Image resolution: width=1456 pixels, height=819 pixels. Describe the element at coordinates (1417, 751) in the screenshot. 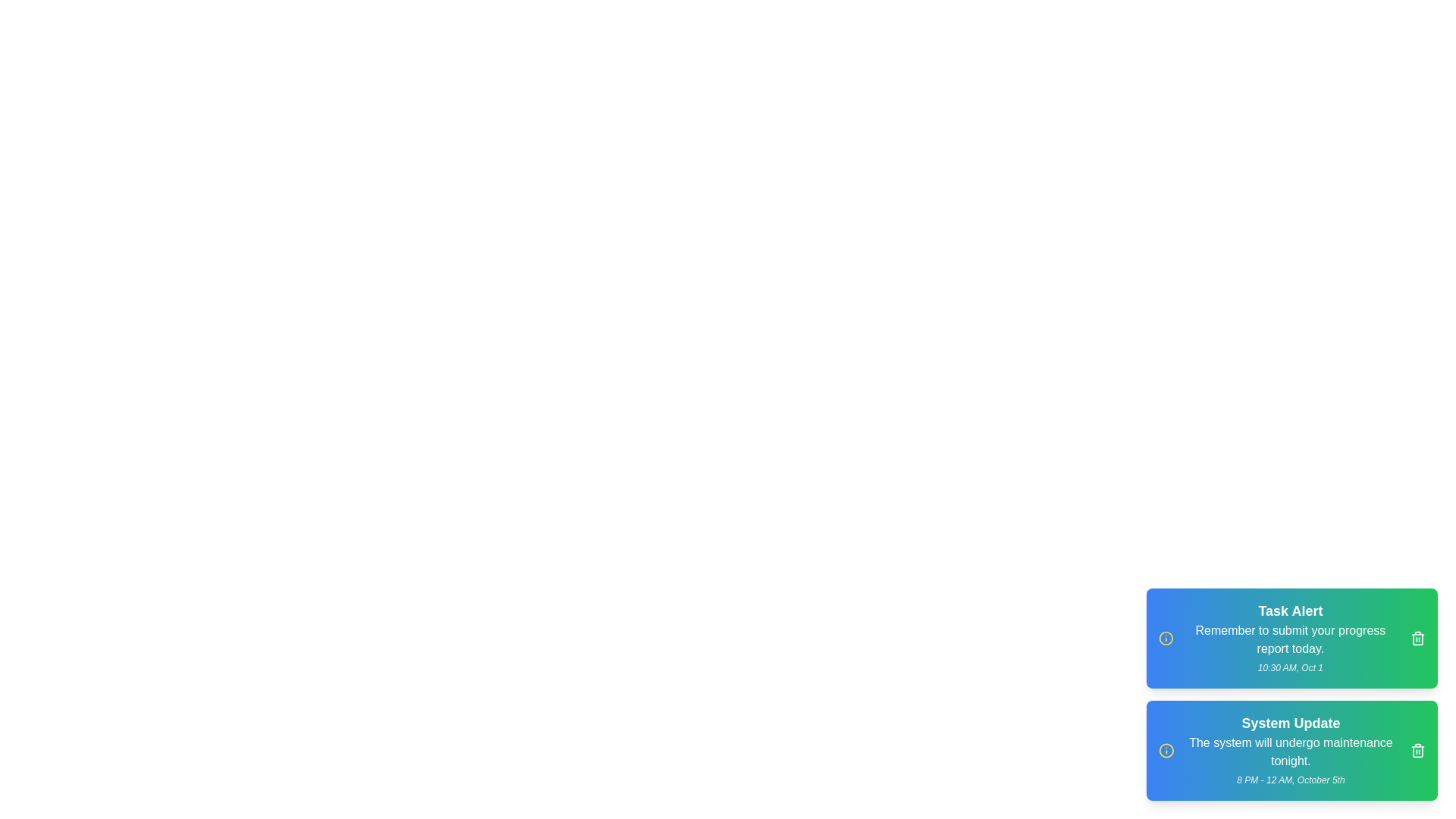

I see `the notification with title System Update` at that location.